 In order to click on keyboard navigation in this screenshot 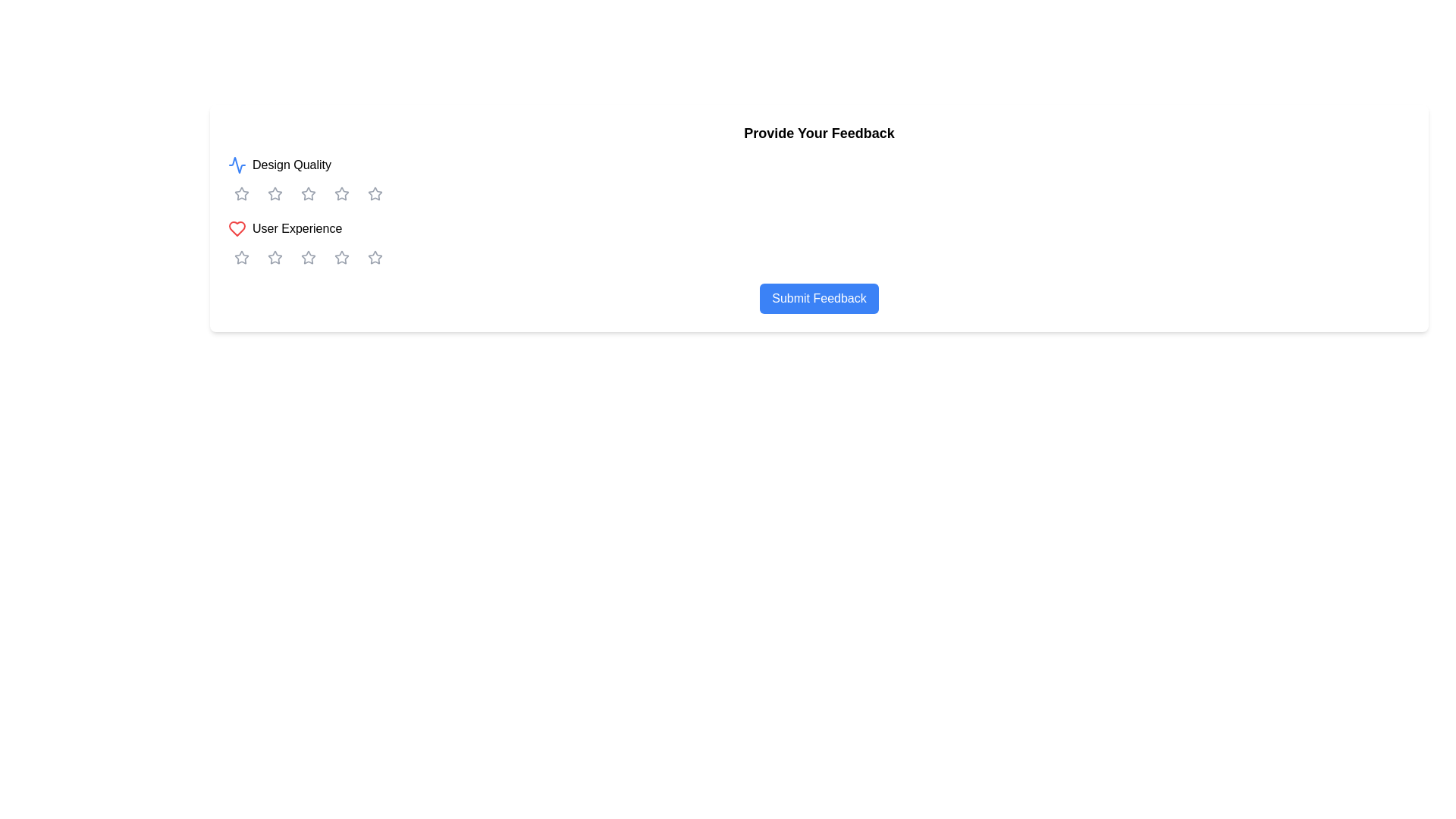, I will do `click(308, 193)`.